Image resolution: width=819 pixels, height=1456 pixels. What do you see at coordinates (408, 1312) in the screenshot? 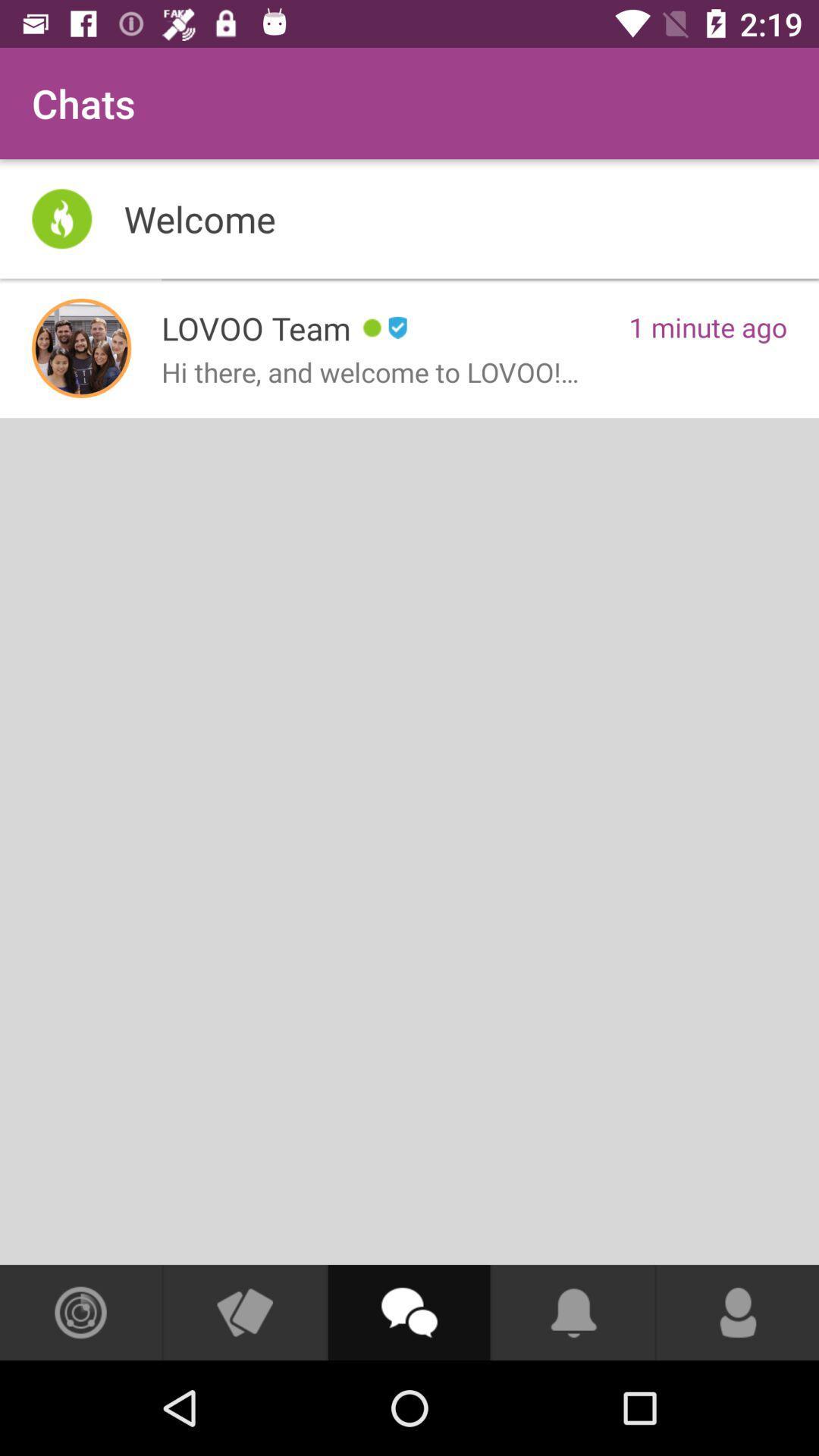
I see `start chat` at bounding box center [408, 1312].